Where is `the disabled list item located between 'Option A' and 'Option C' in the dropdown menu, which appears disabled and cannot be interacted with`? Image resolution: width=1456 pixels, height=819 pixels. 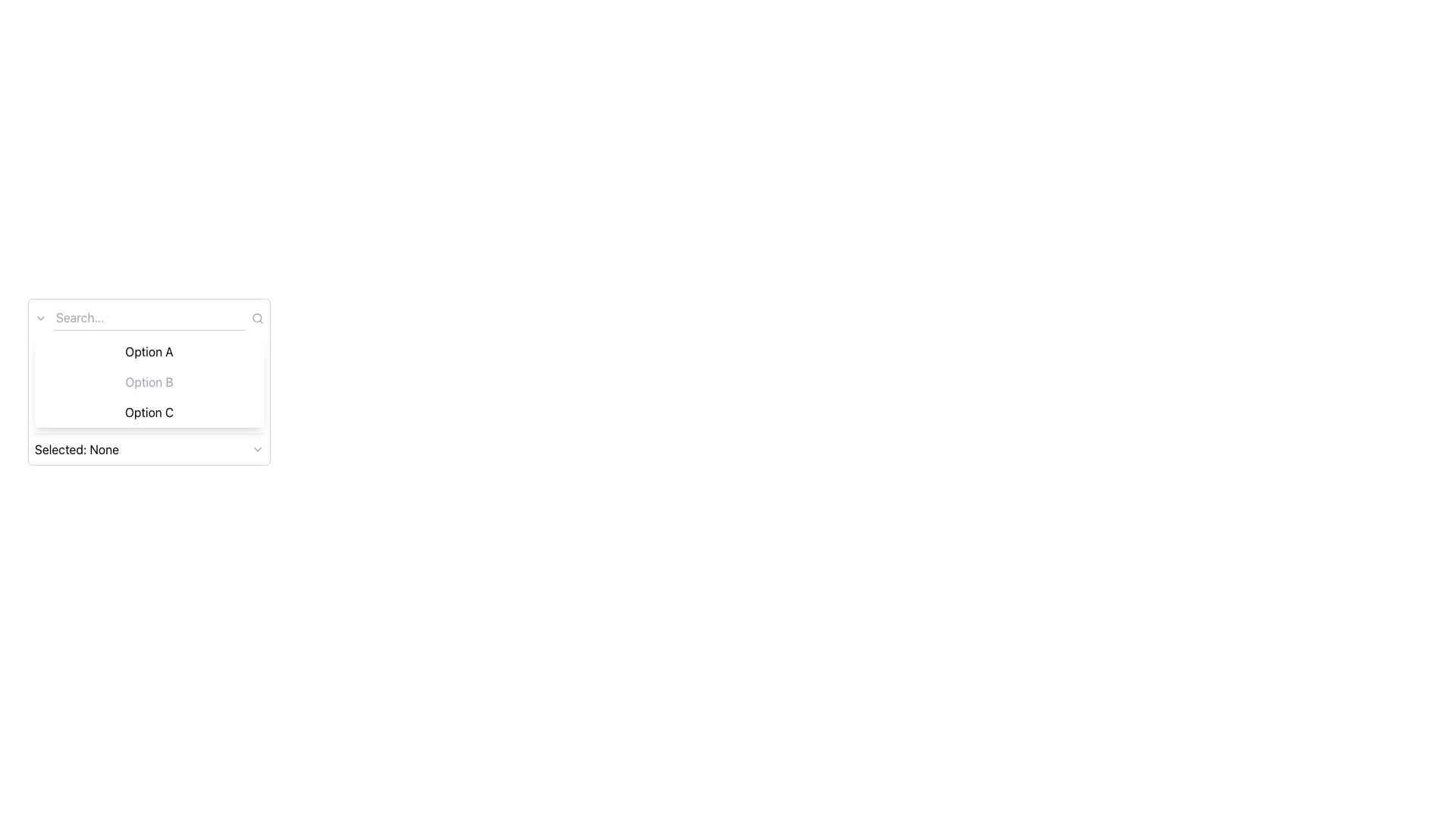 the disabled list item located between 'Option A' and 'Option C' in the dropdown menu, which appears disabled and cannot be interacted with is located at coordinates (149, 381).